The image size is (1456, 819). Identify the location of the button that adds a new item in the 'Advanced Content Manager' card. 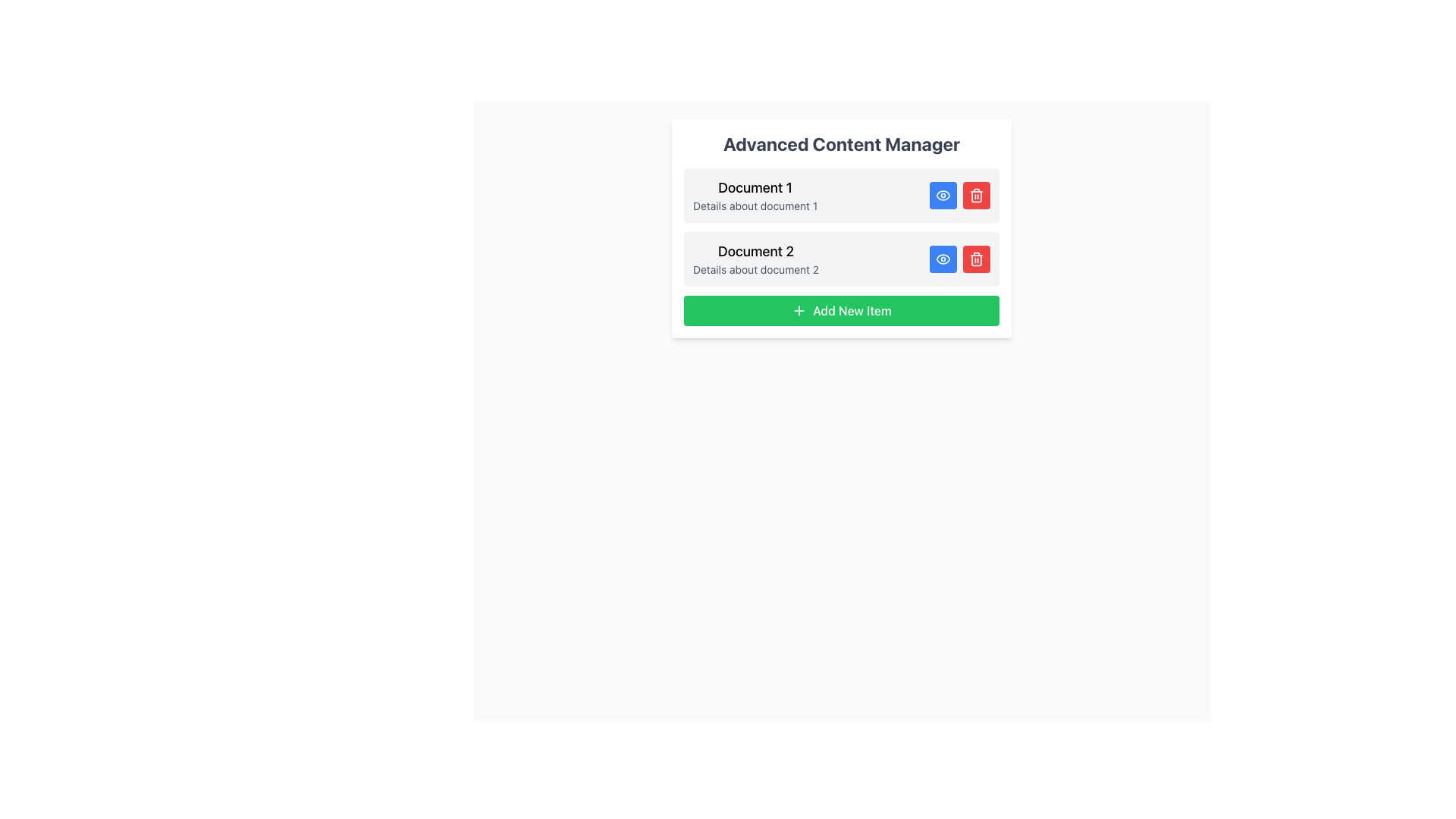
(840, 309).